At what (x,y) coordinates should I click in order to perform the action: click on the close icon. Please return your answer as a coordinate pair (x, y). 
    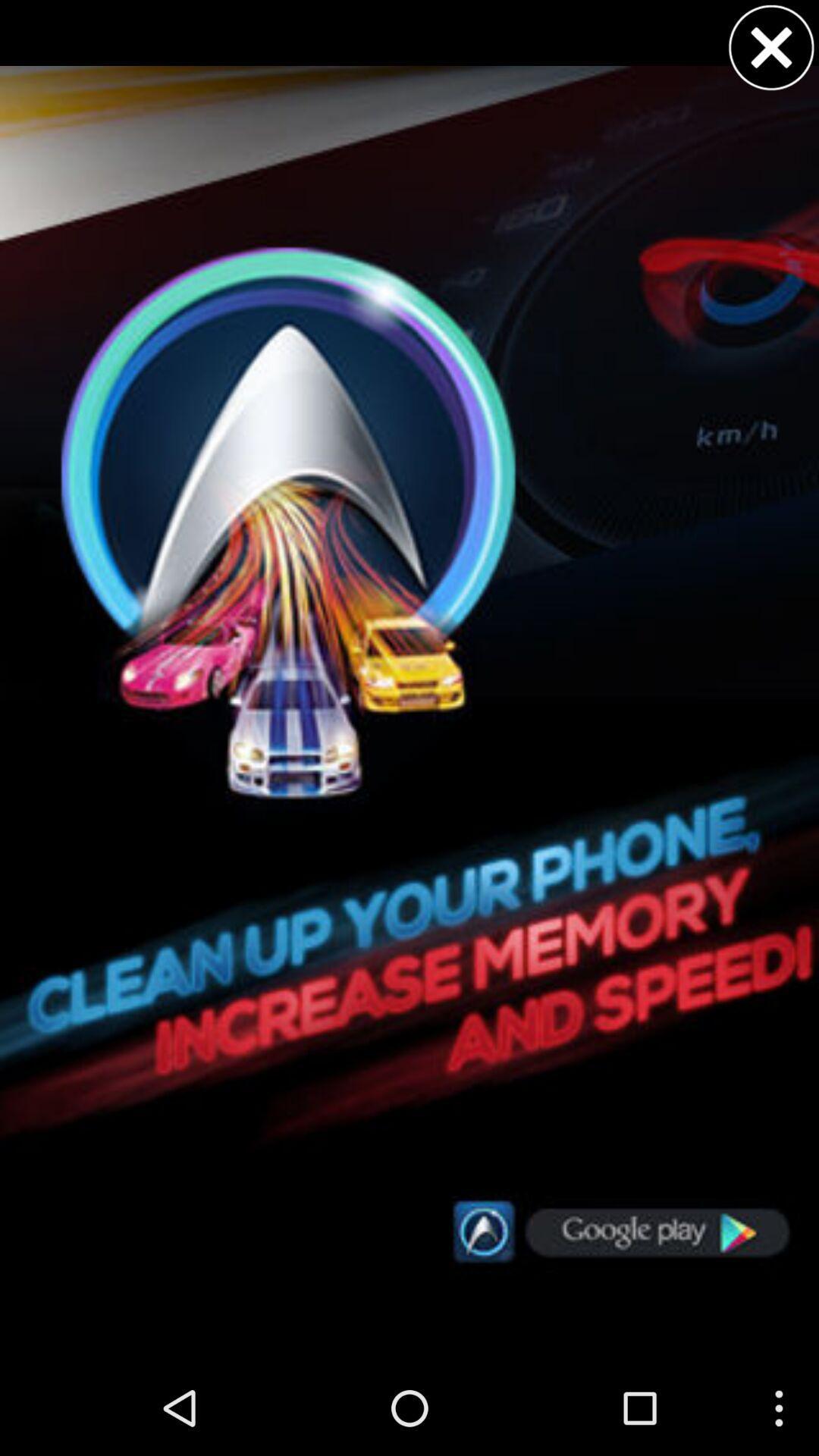
    Looking at the image, I should click on (771, 51).